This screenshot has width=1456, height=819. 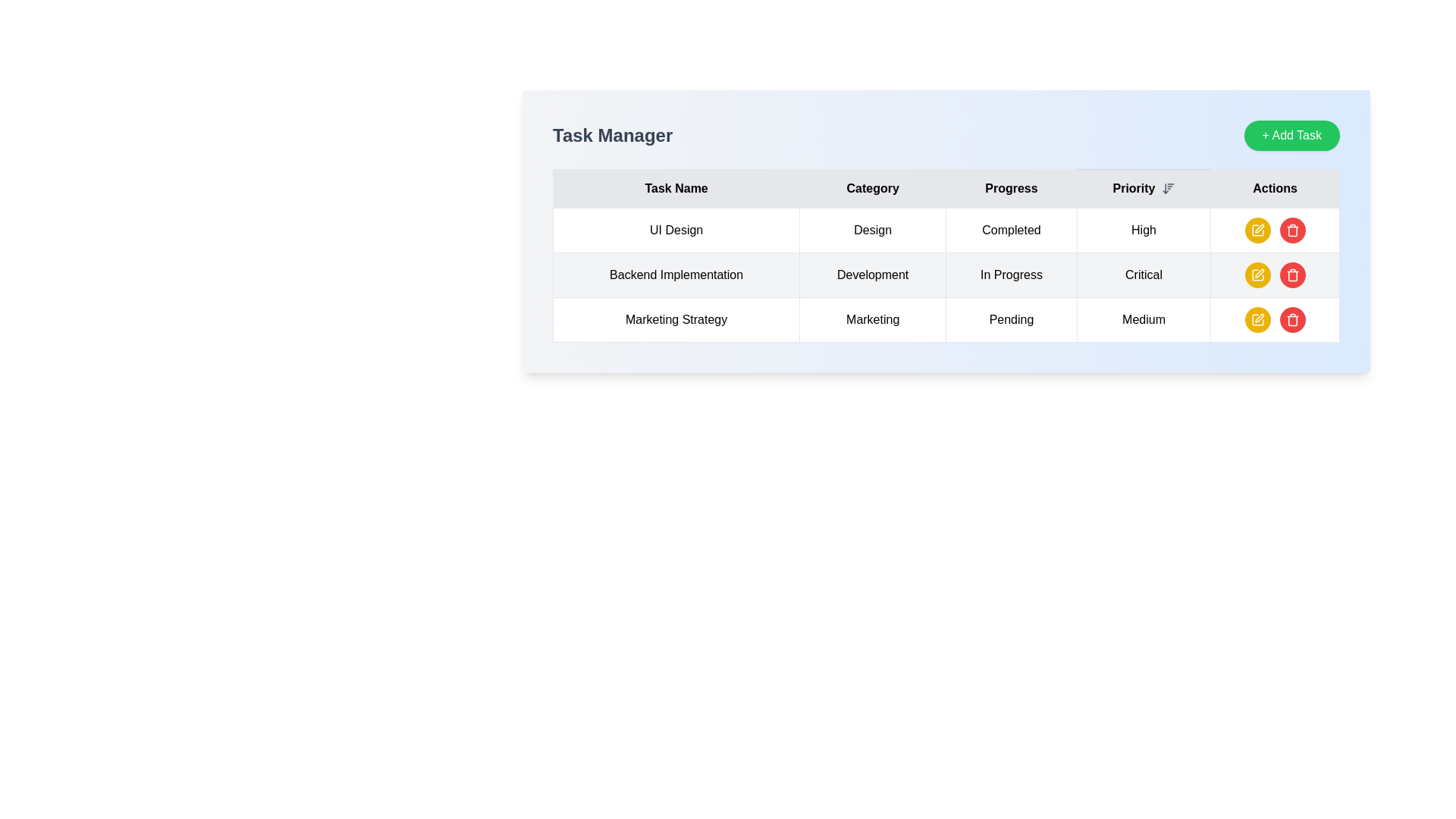 What do you see at coordinates (1012, 275) in the screenshot?
I see `the static text label that displays 'In Progress' in the third column under the 'Progress' header of the table row labeled 'Backend Implementation'` at bounding box center [1012, 275].